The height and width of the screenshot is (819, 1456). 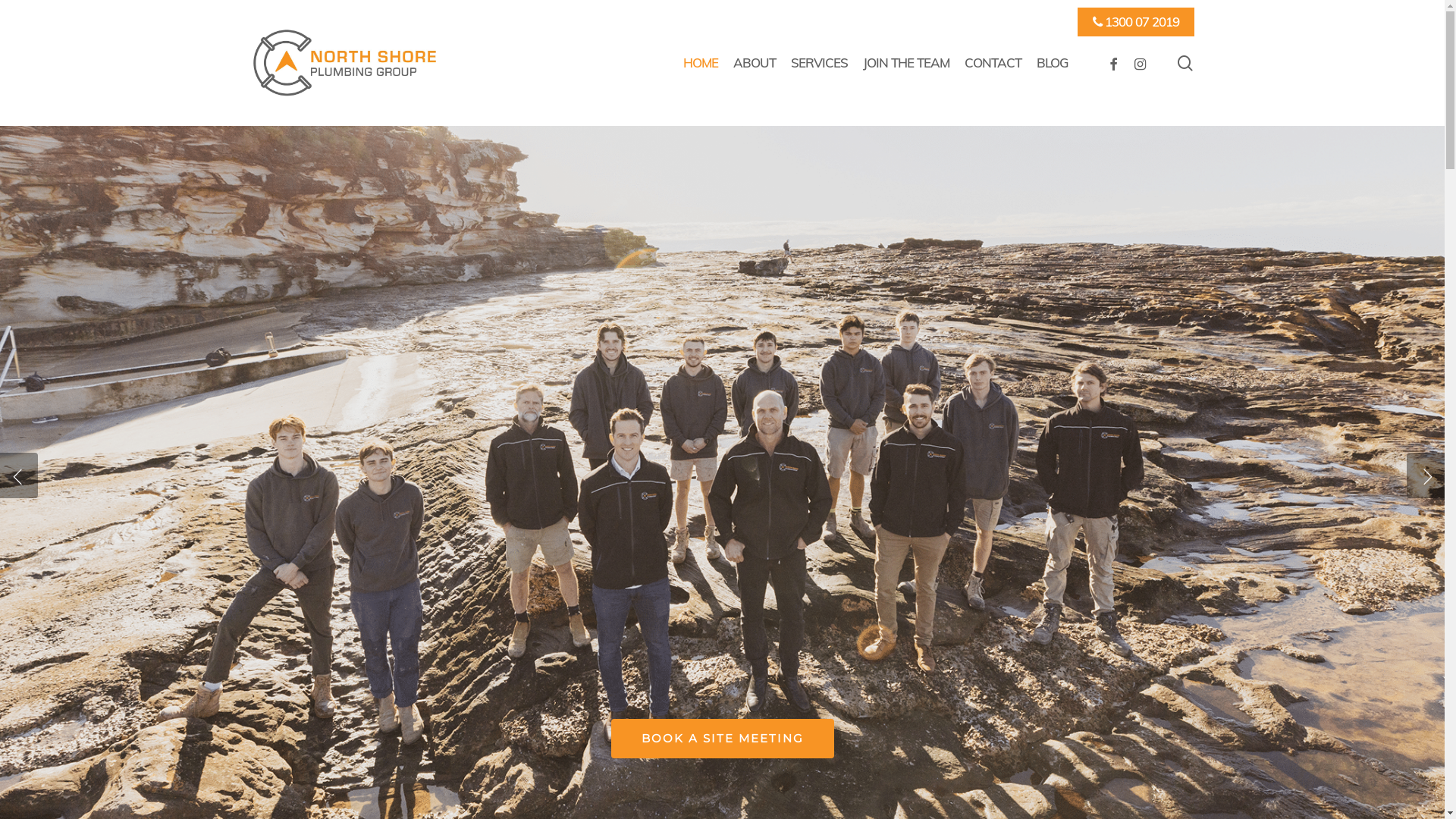 What do you see at coordinates (1139, 62) in the screenshot?
I see `'instagram'` at bounding box center [1139, 62].